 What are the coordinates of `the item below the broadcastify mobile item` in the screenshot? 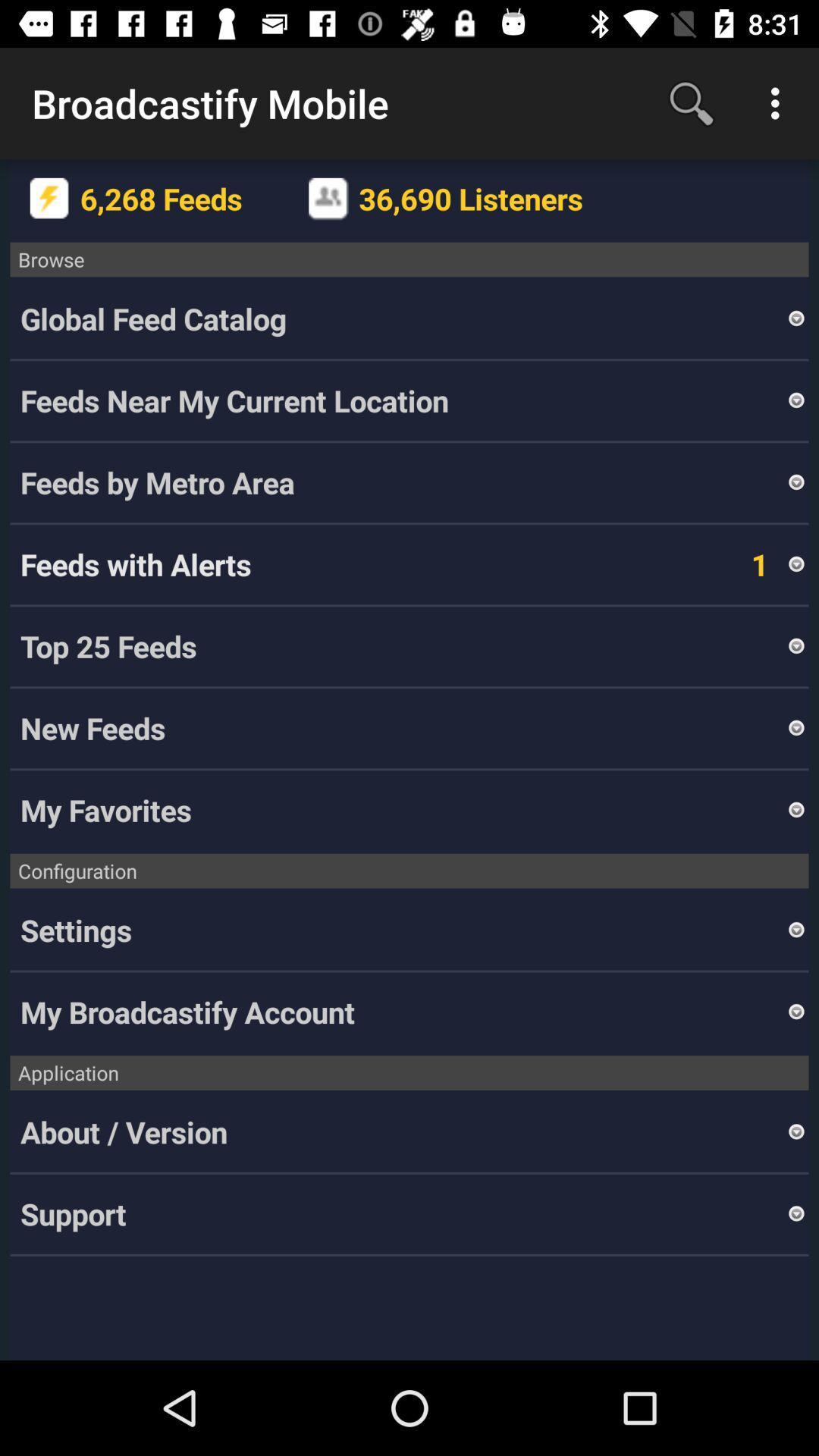 It's located at (49, 198).